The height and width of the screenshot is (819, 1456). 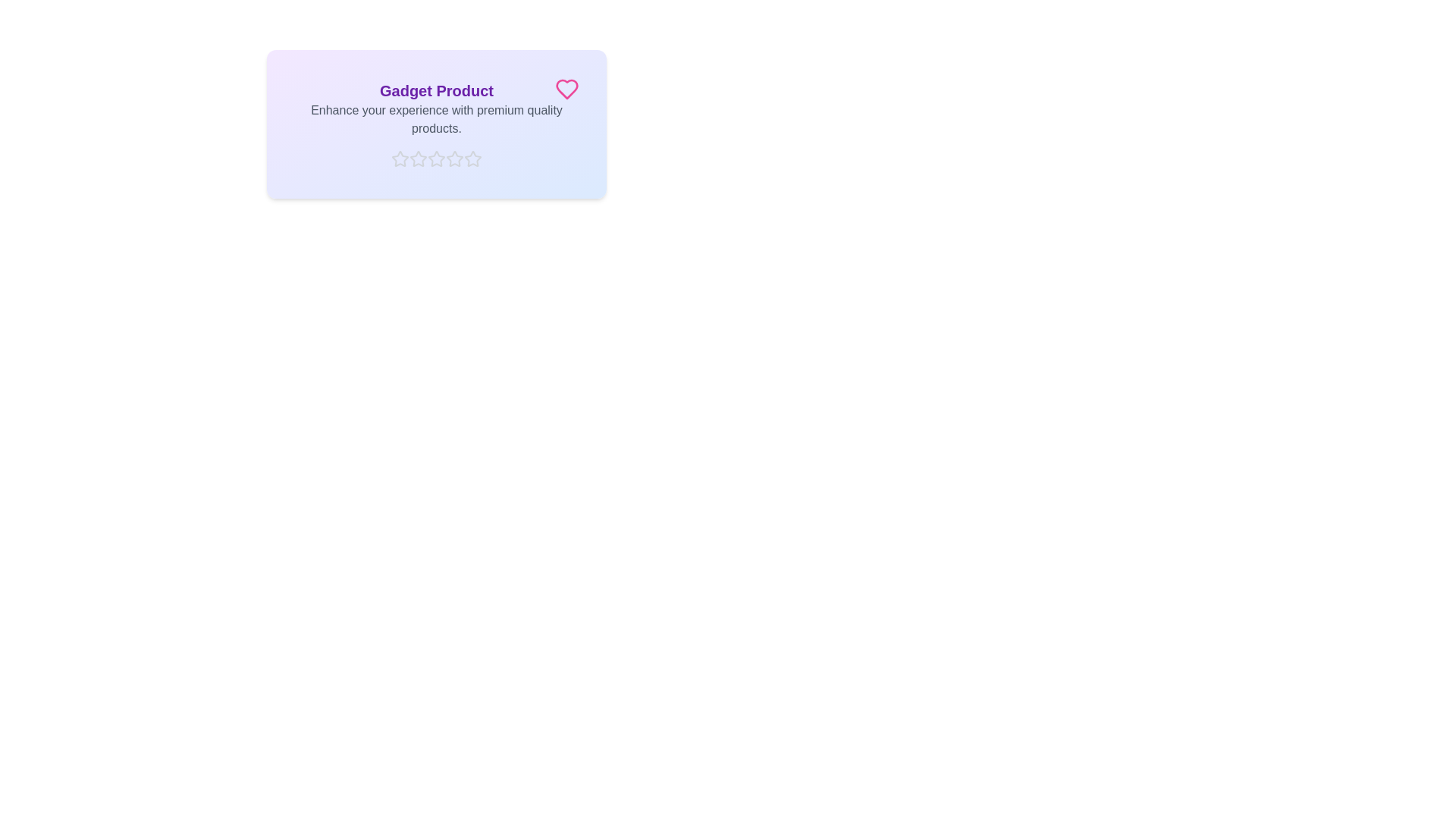 What do you see at coordinates (400, 158) in the screenshot?
I see `the star corresponding to the rating 1` at bounding box center [400, 158].